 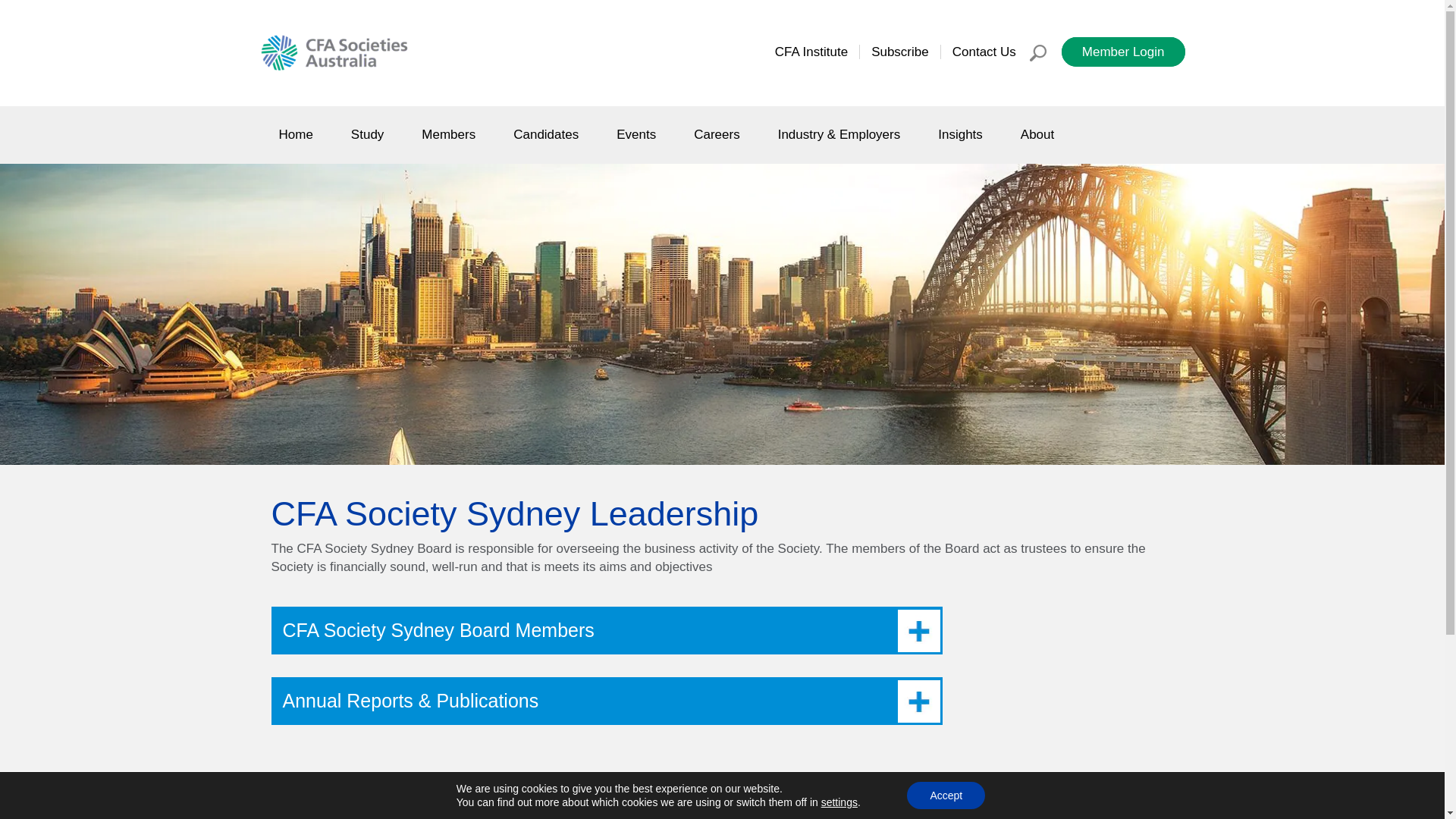 What do you see at coordinates (839, 133) in the screenshot?
I see `'Industry & Employers'` at bounding box center [839, 133].